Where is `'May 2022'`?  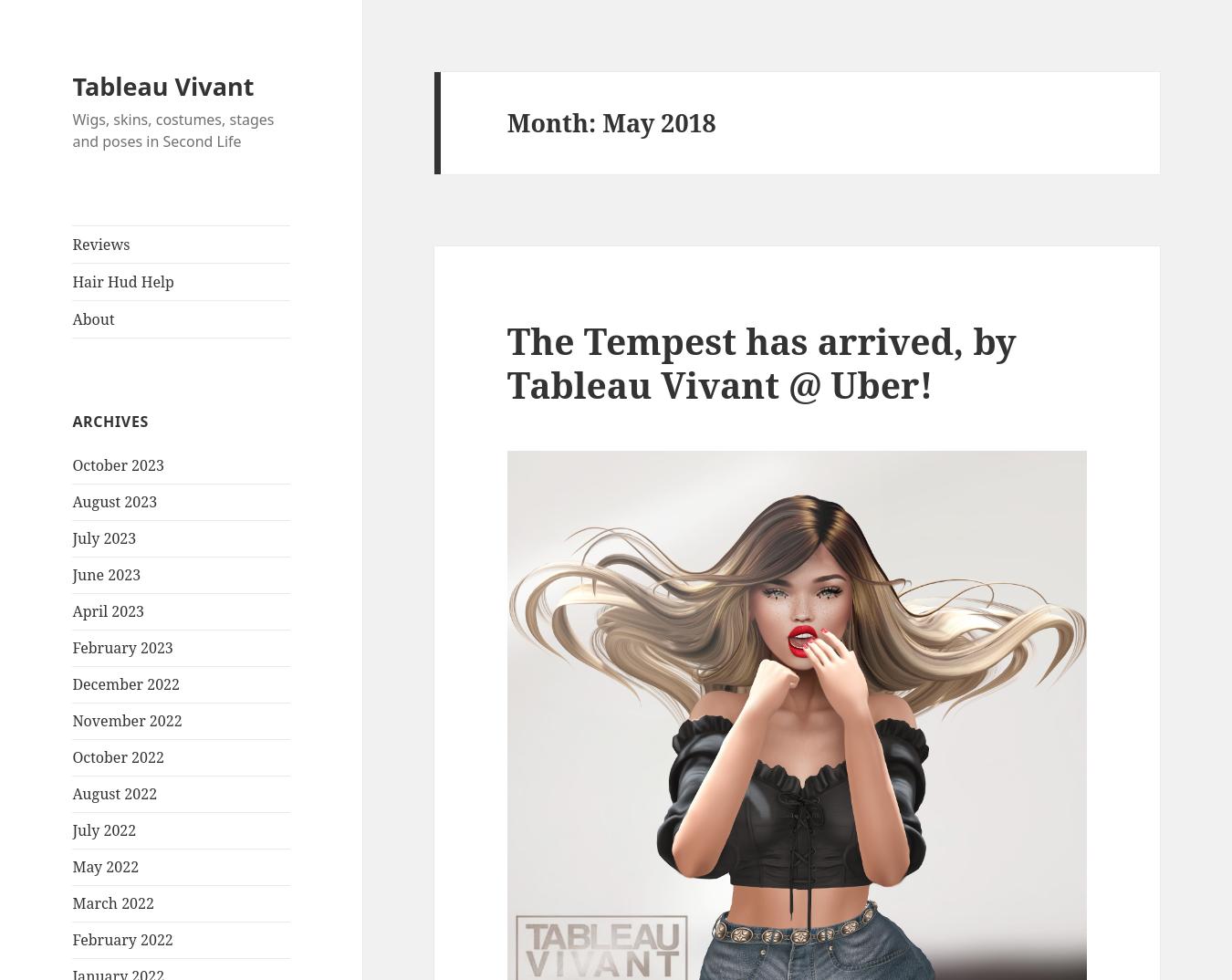
'May 2022' is located at coordinates (105, 866).